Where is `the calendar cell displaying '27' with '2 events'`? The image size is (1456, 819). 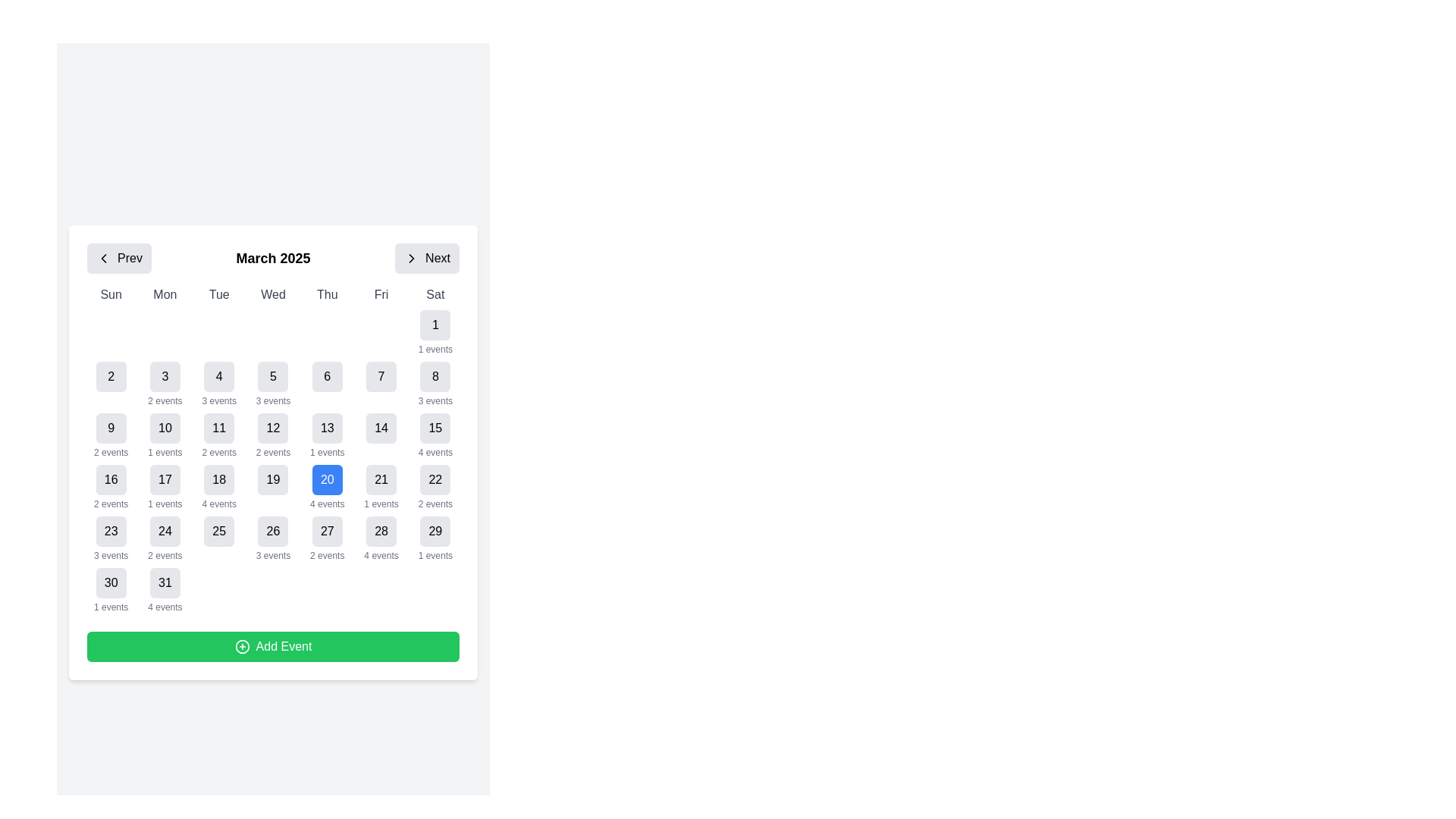 the calendar cell displaying '27' with '2 events' is located at coordinates (326, 538).